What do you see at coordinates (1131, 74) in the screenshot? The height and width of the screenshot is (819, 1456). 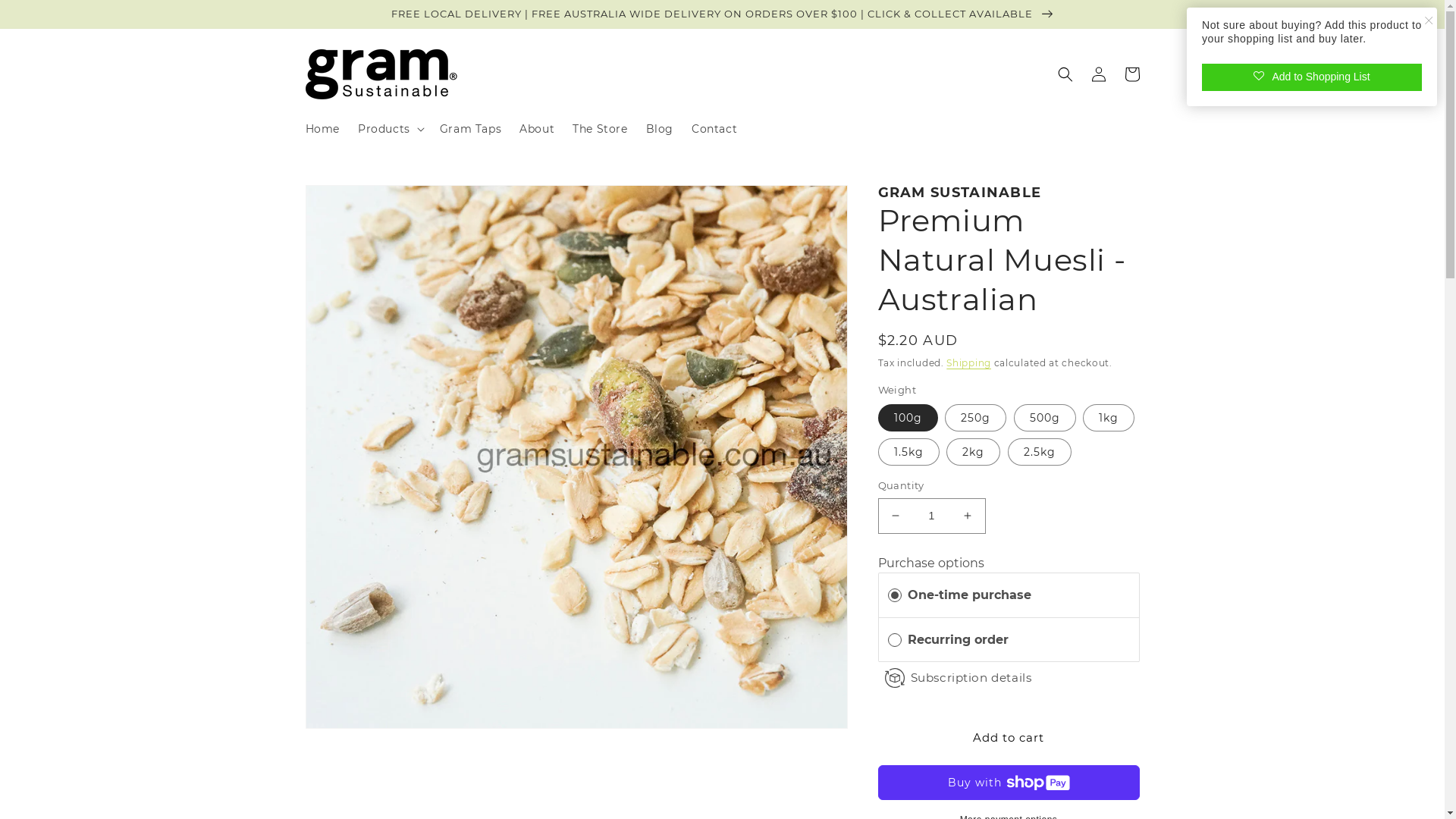 I see `'Cart'` at bounding box center [1131, 74].